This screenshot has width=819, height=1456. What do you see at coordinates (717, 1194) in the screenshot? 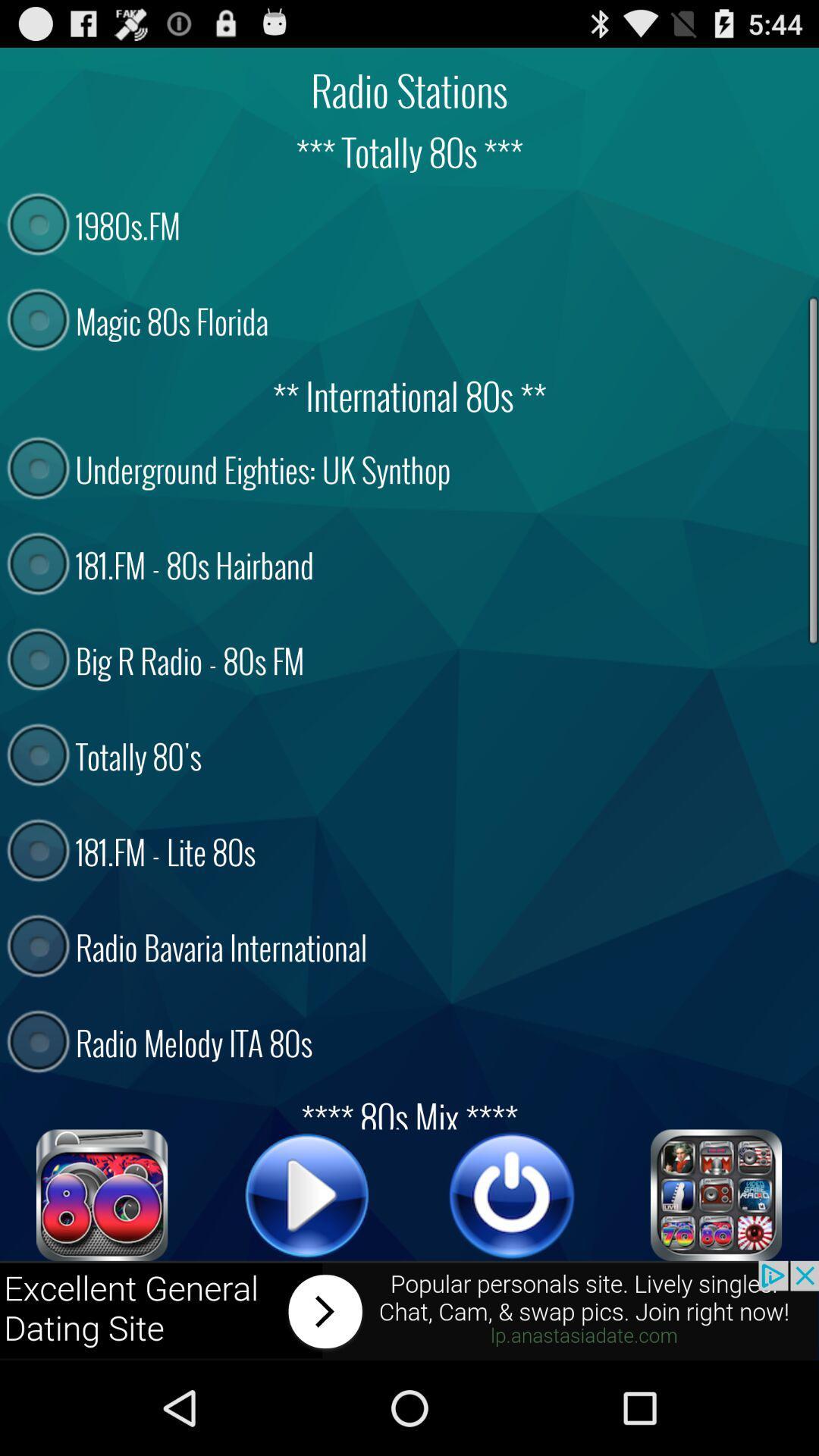
I see `library` at bounding box center [717, 1194].